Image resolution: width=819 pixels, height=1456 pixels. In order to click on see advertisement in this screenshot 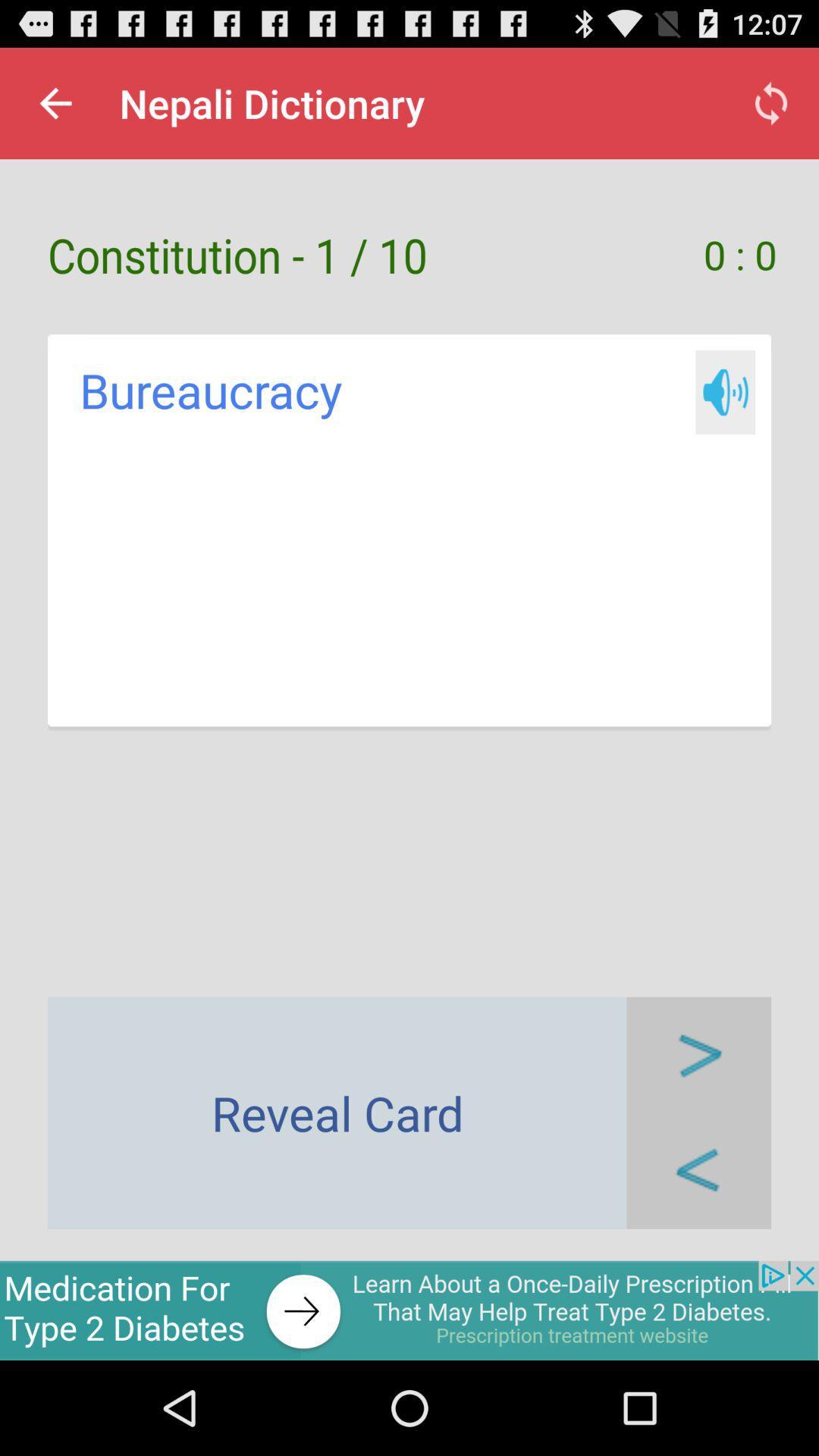, I will do `click(409, 1310)`.